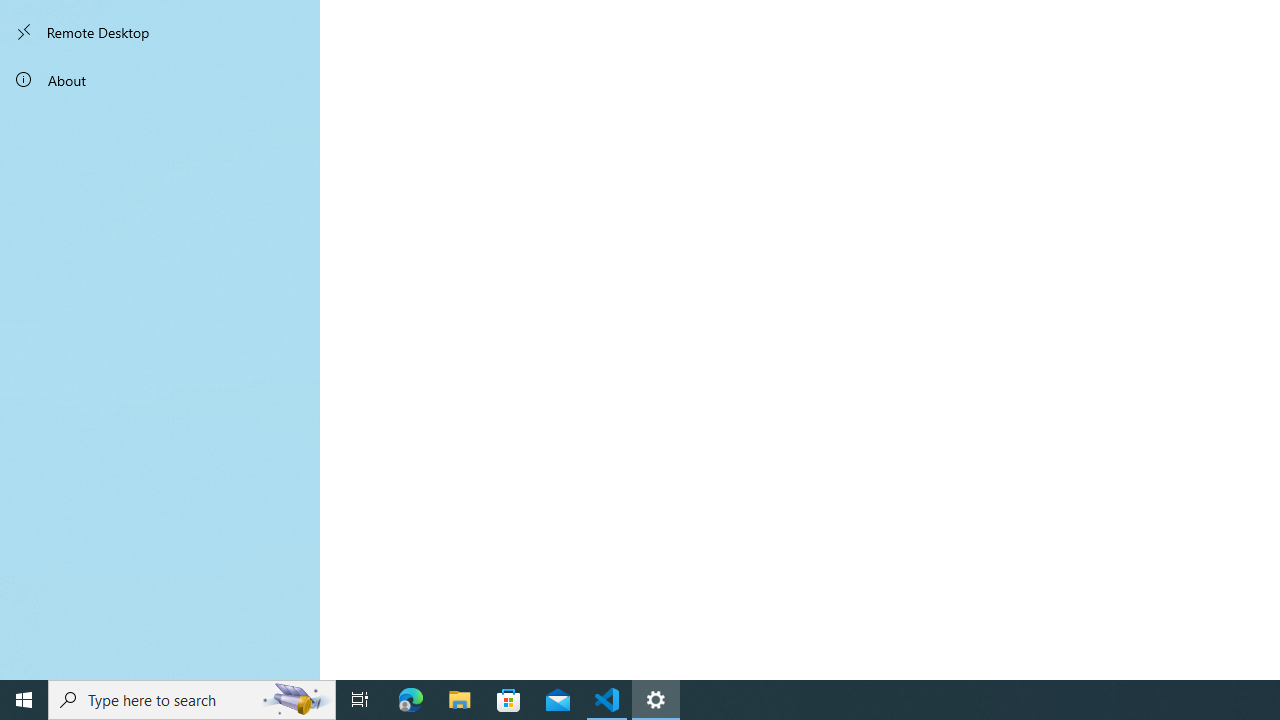  I want to click on 'Start', so click(24, 698).